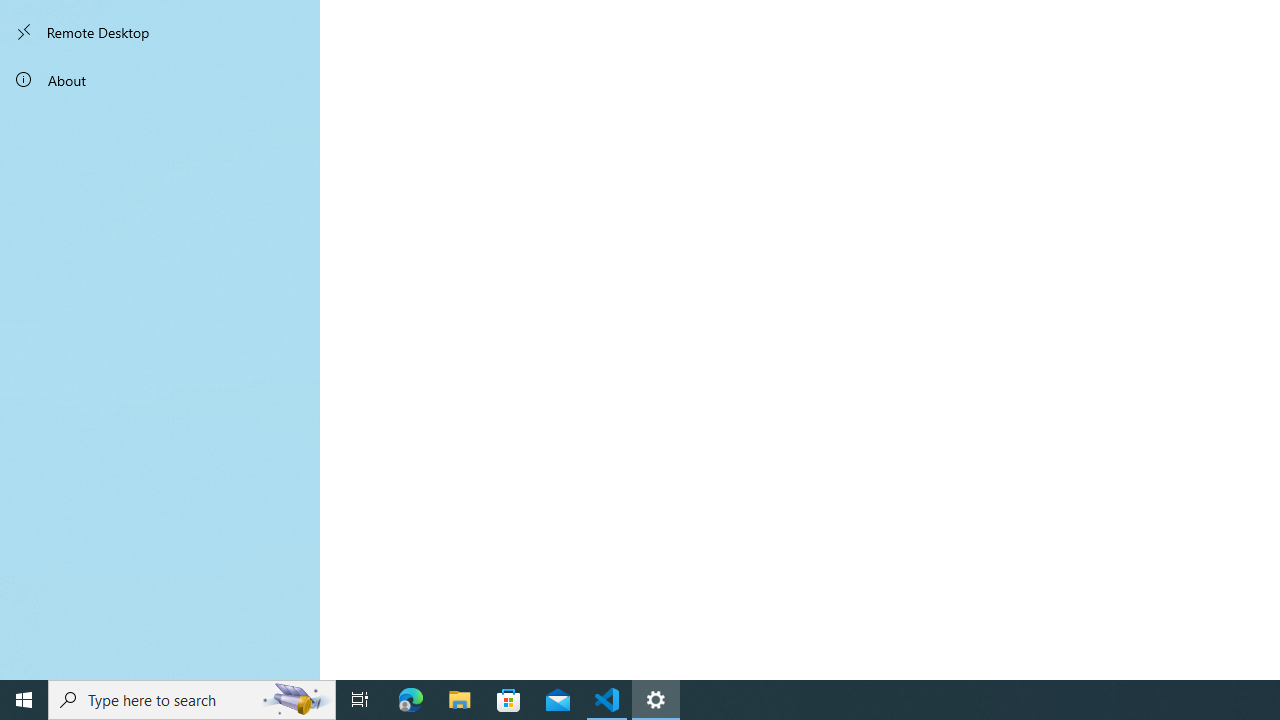  I want to click on 'Start', so click(24, 698).